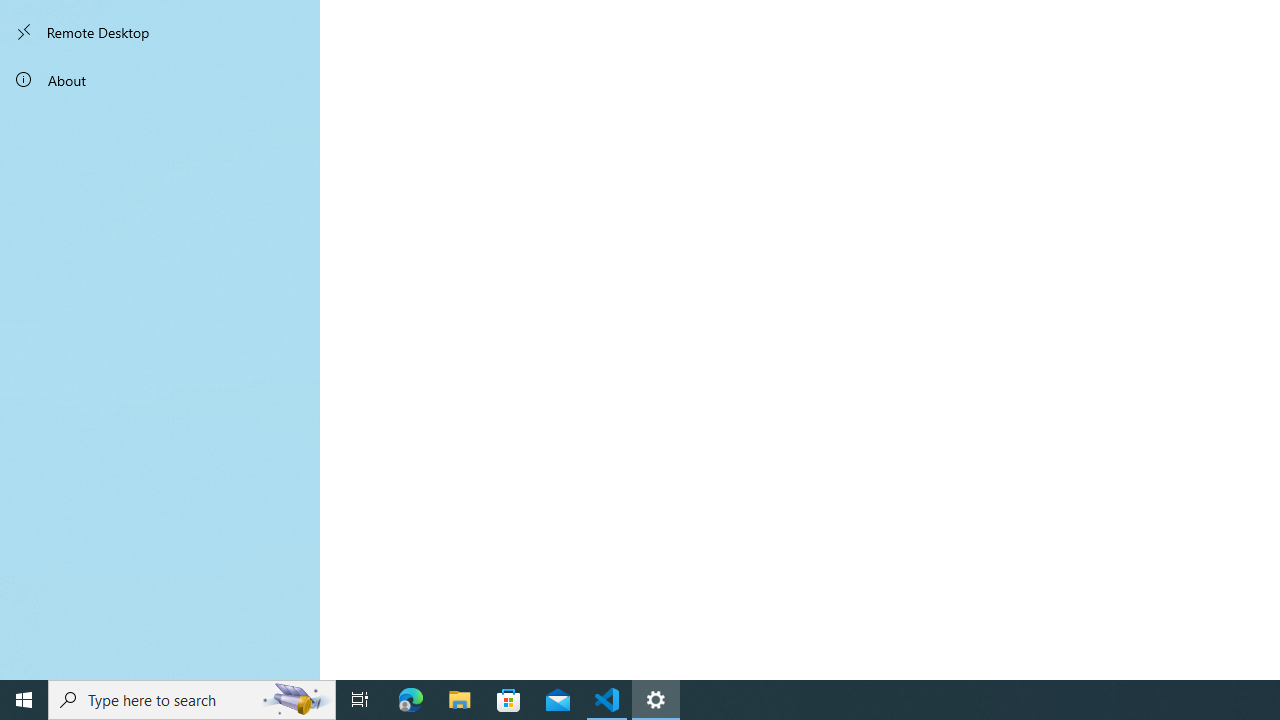  I want to click on 'Start', so click(24, 698).